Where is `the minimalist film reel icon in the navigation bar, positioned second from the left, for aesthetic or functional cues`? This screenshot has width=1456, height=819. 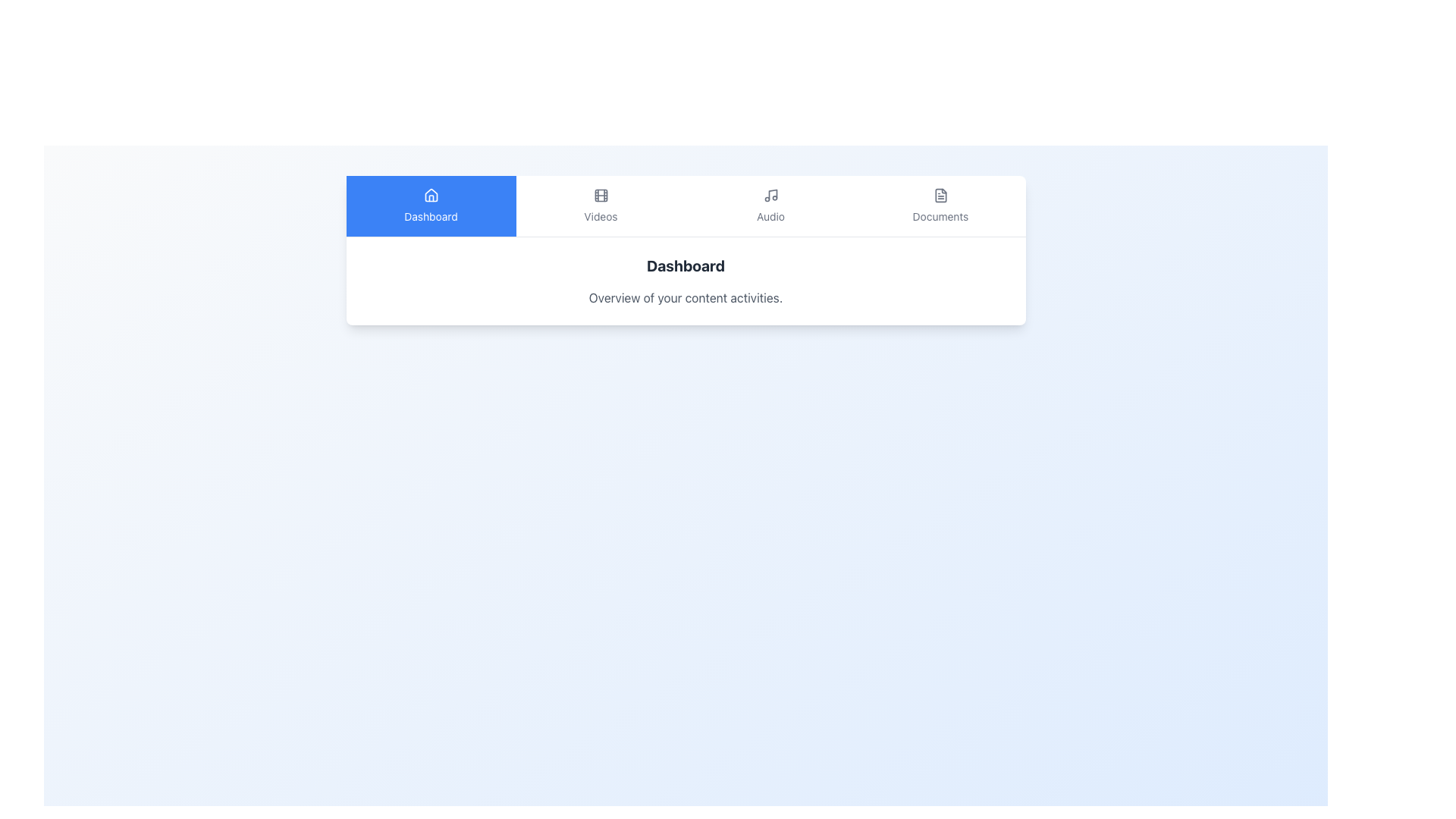
the minimalist film reel icon in the navigation bar, positioned second from the left, for aesthetic or functional cues is located at coordinates (600, 195).